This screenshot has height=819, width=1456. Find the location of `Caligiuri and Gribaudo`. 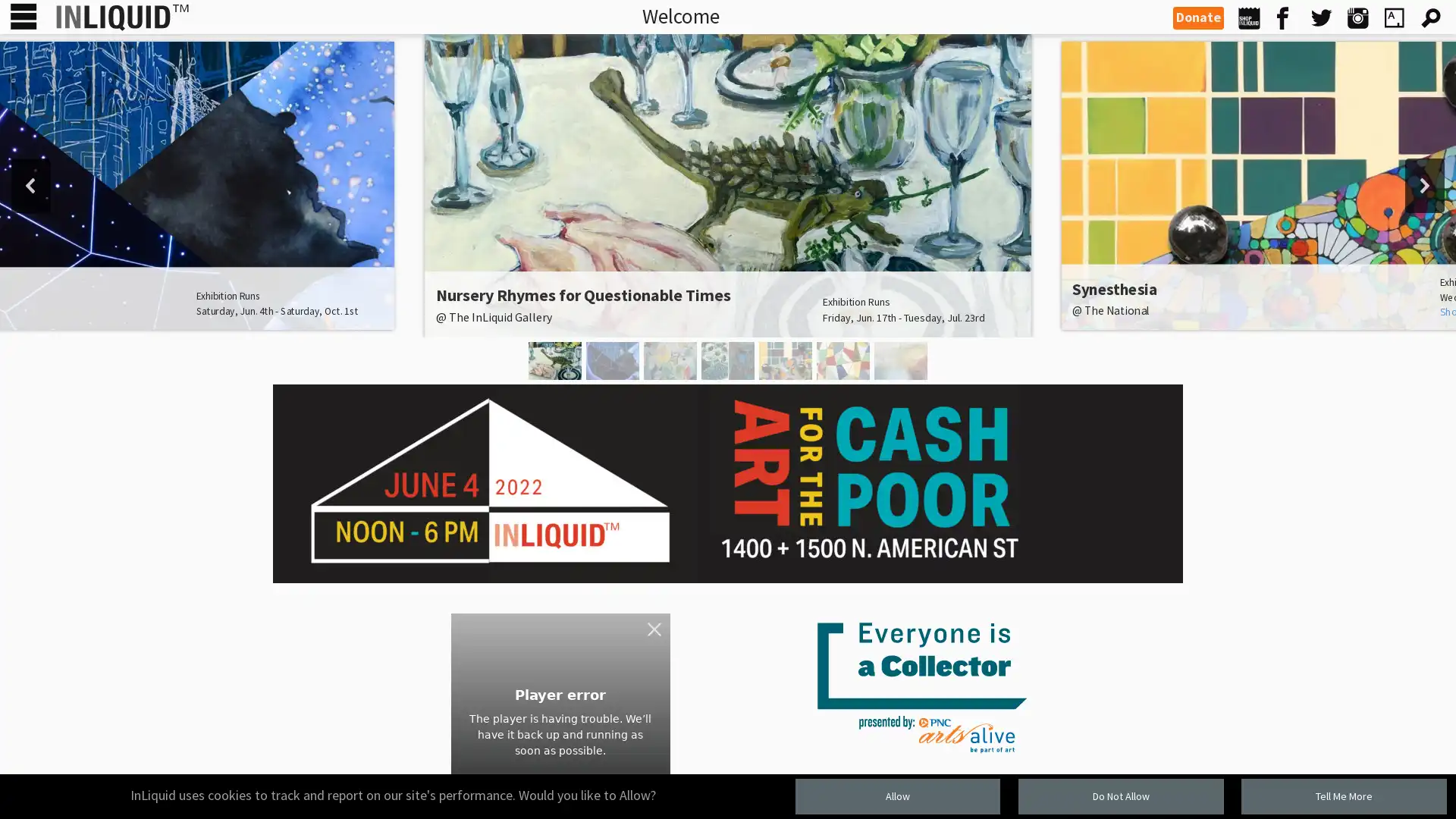

Caligiuri and Gribaudo is located at coordinates (843, 360).